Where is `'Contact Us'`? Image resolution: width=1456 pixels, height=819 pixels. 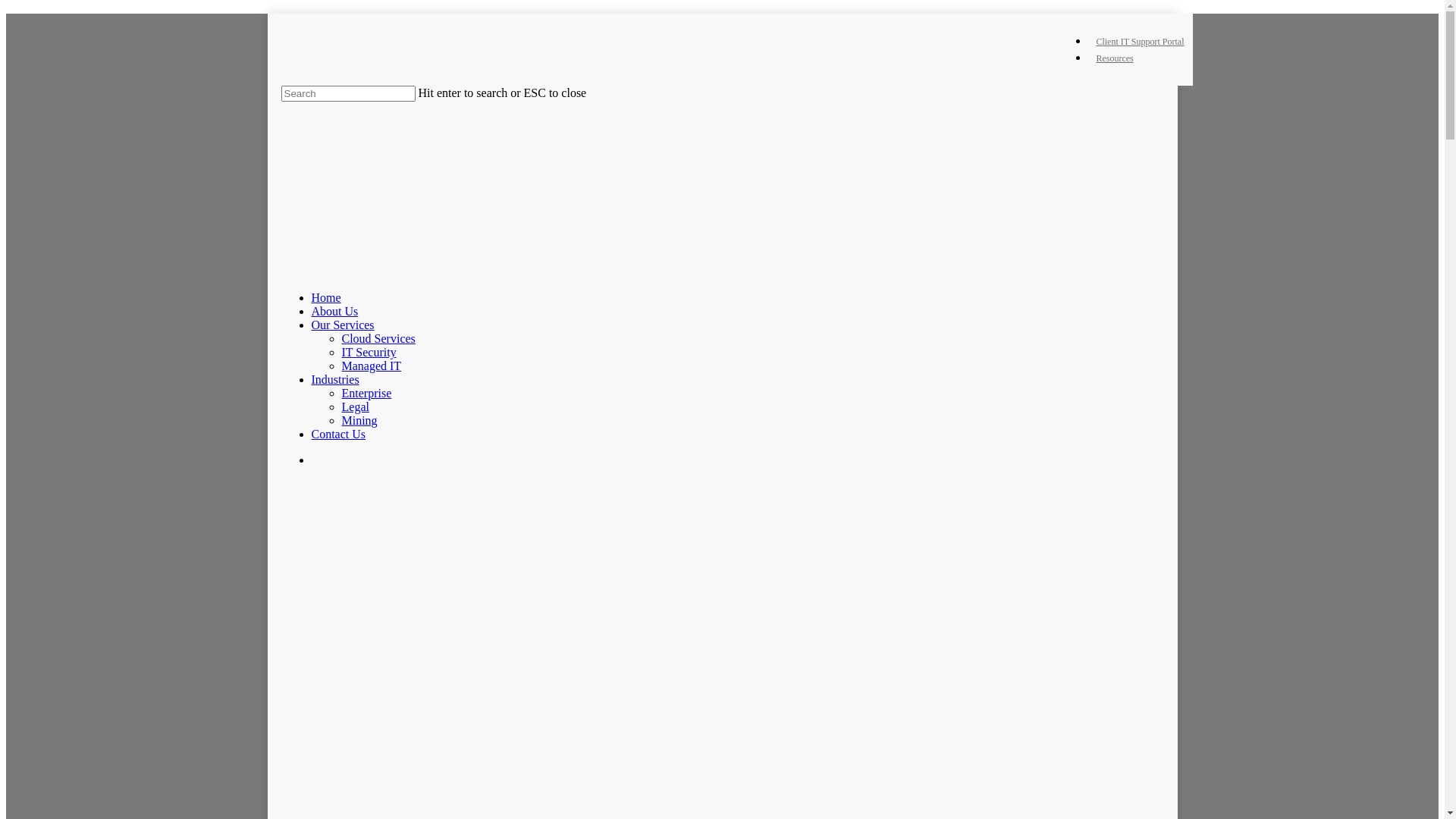 'Contact Us' is located at coordinates (337, 434).